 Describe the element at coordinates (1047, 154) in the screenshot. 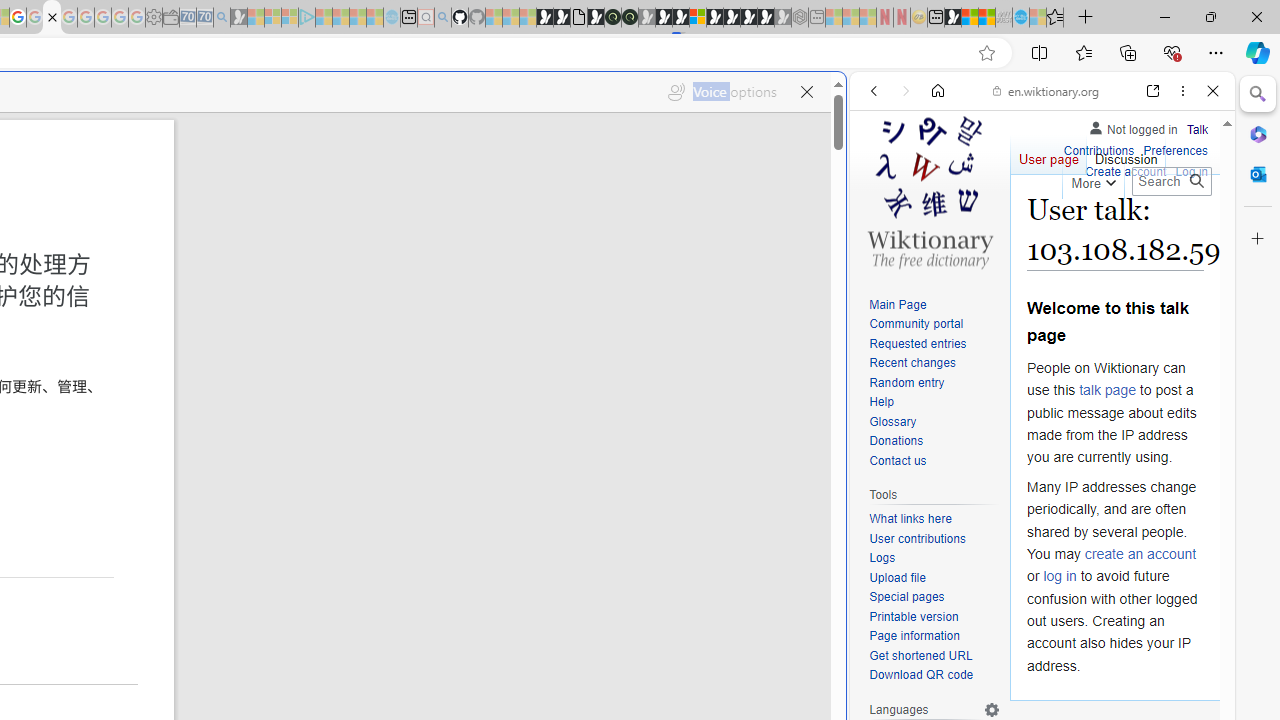

I see `'User page'` at that location.